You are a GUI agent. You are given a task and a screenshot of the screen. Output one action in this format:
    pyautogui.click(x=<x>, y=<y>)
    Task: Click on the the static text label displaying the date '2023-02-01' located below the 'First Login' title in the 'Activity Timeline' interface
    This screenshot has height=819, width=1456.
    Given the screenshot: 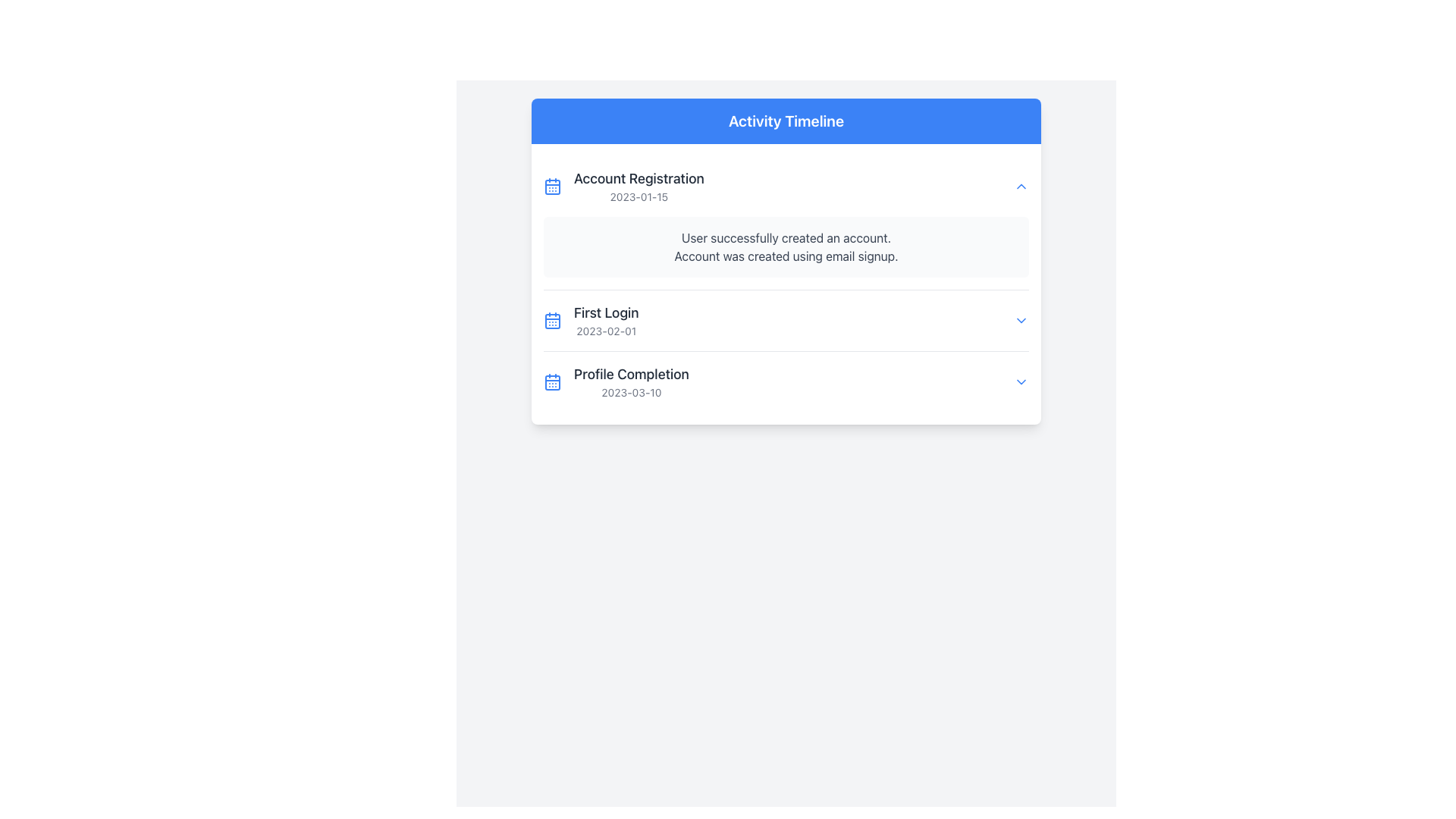 What is the action you would take?
    pyautogui.click(x=605, y=330)
    